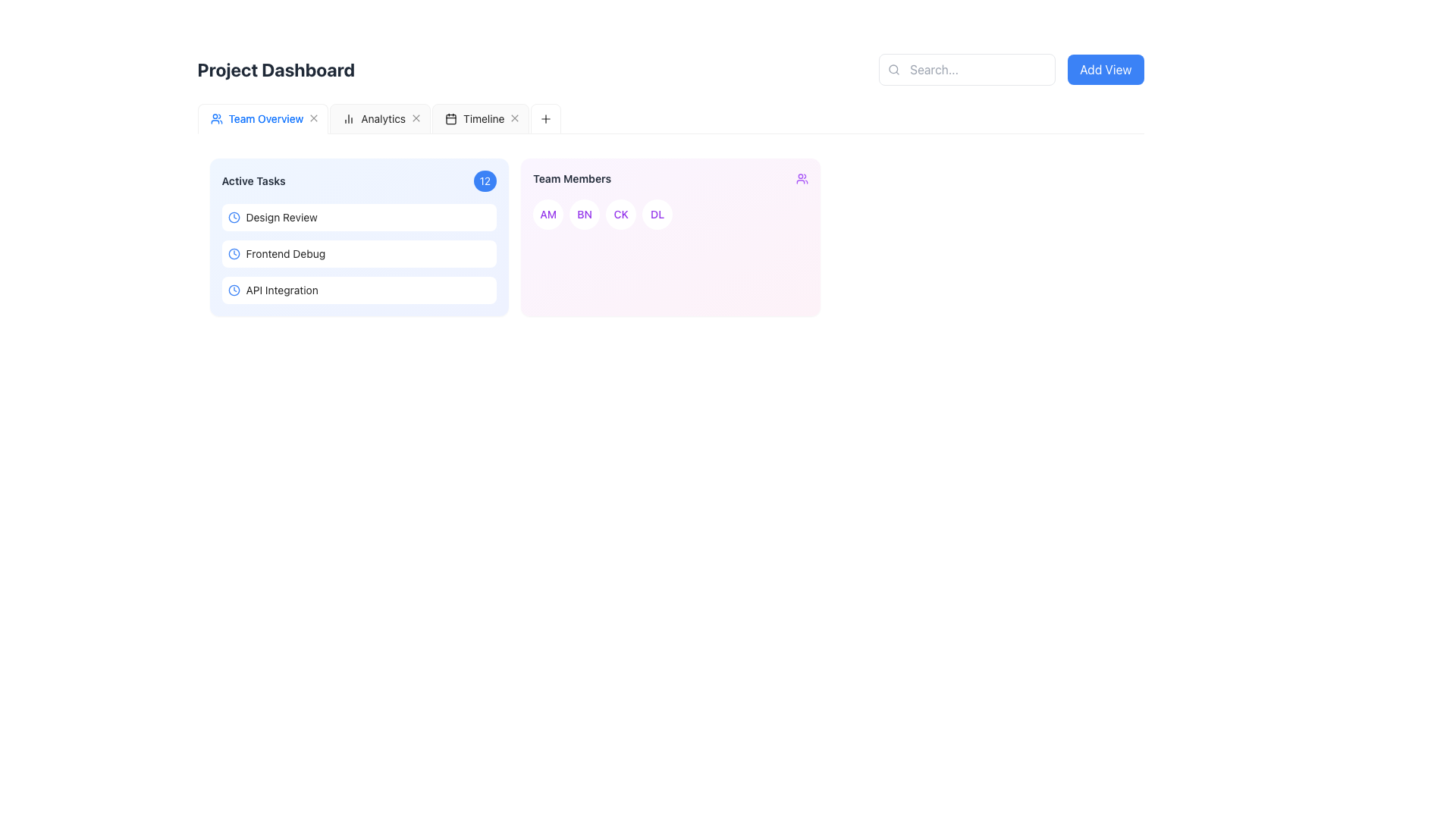 This screenshot has height=819, width=1456. What do you see at coordinates (893, 69) in the screenshot?
I see `the decorative search icon located in the upper-right corner of the interface, adjacent to the 'Add View' button` at bounding box center [893, 69].